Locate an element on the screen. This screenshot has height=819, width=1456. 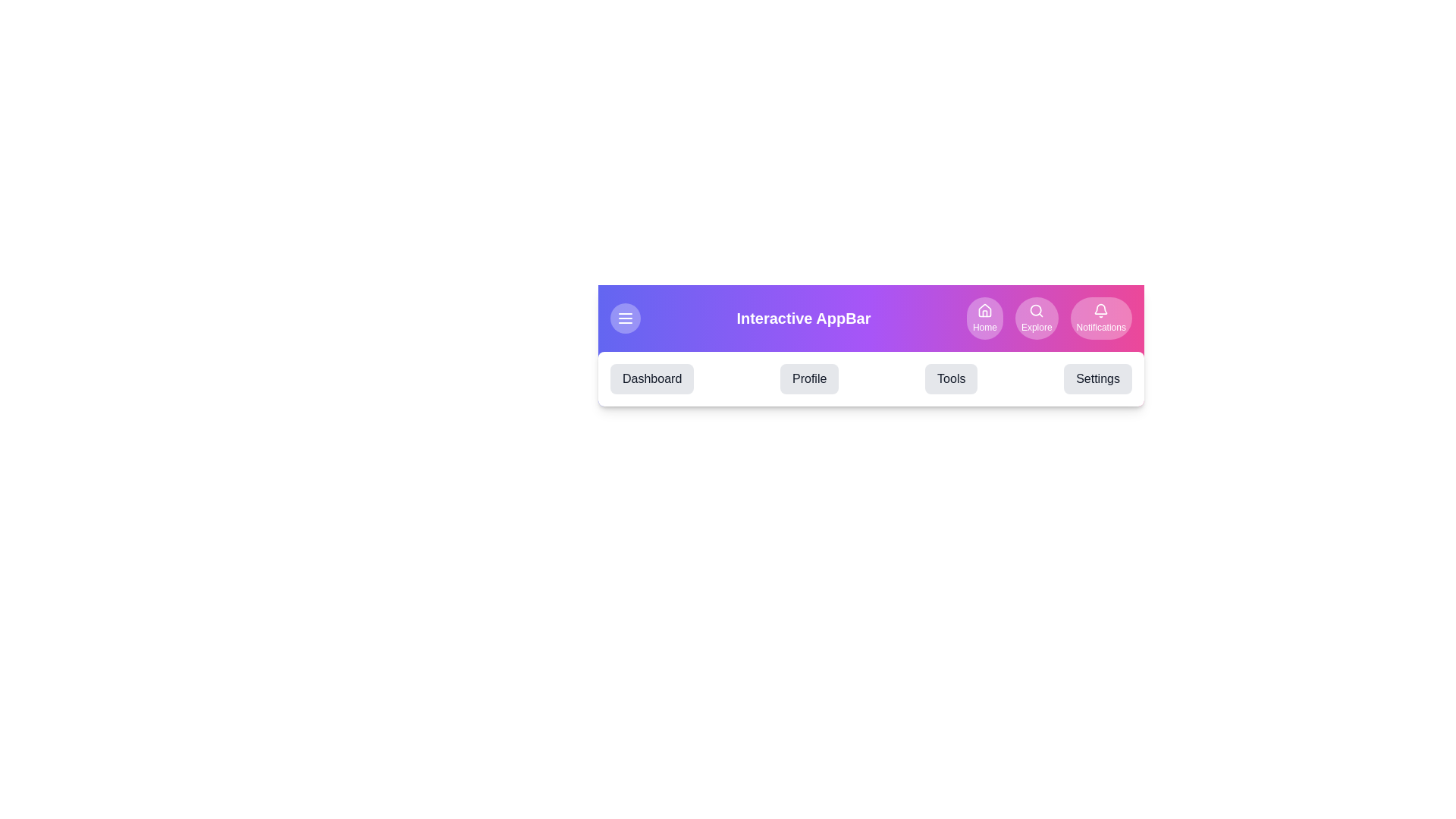
the Settings in the navigation menu is located at coordinates (1098, 378).